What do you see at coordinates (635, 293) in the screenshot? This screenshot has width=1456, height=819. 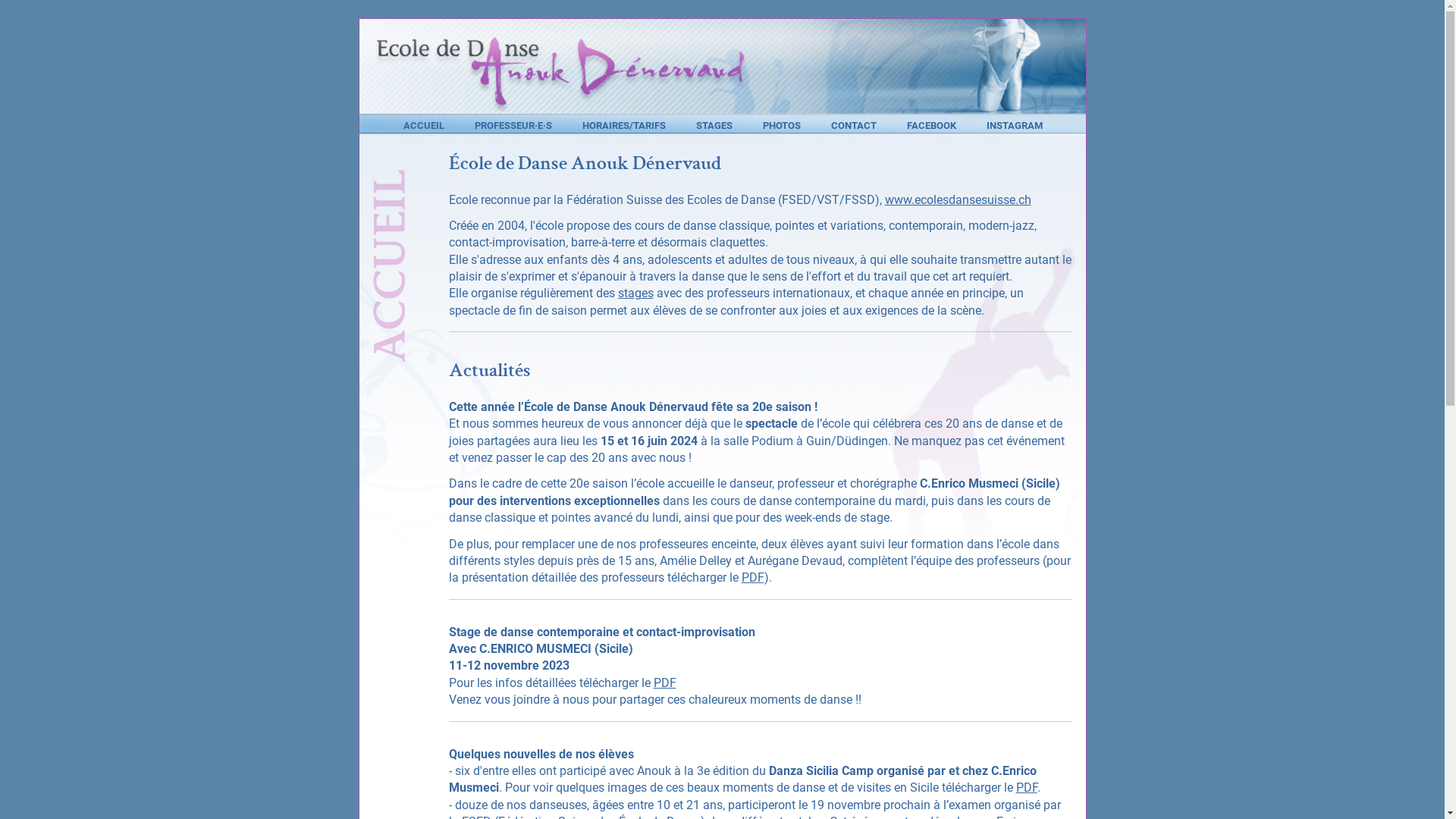 I see `'stages'` at bounding box center [635, 293].